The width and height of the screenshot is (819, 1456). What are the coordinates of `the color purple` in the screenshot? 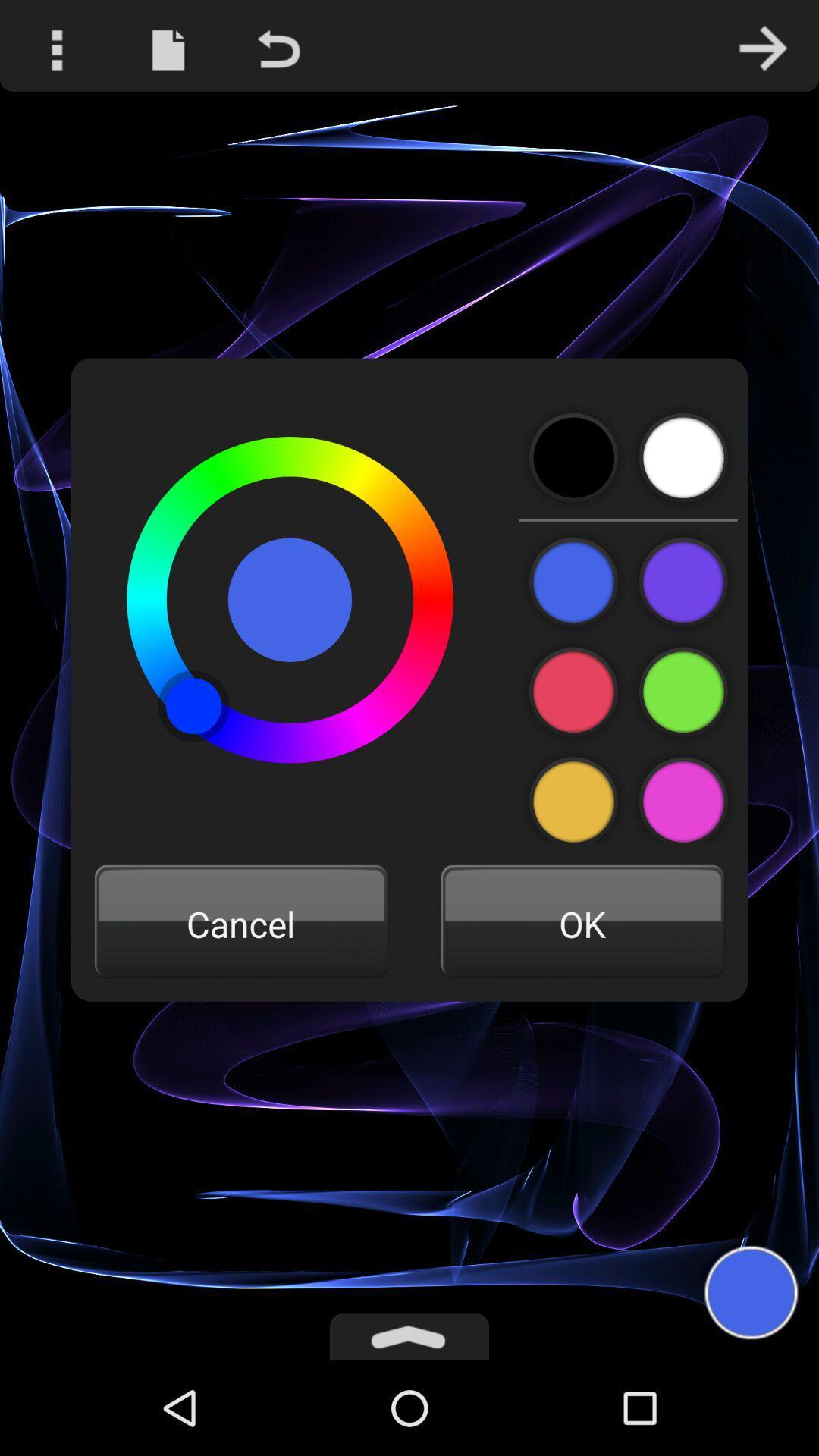 It's located at (683, 794).